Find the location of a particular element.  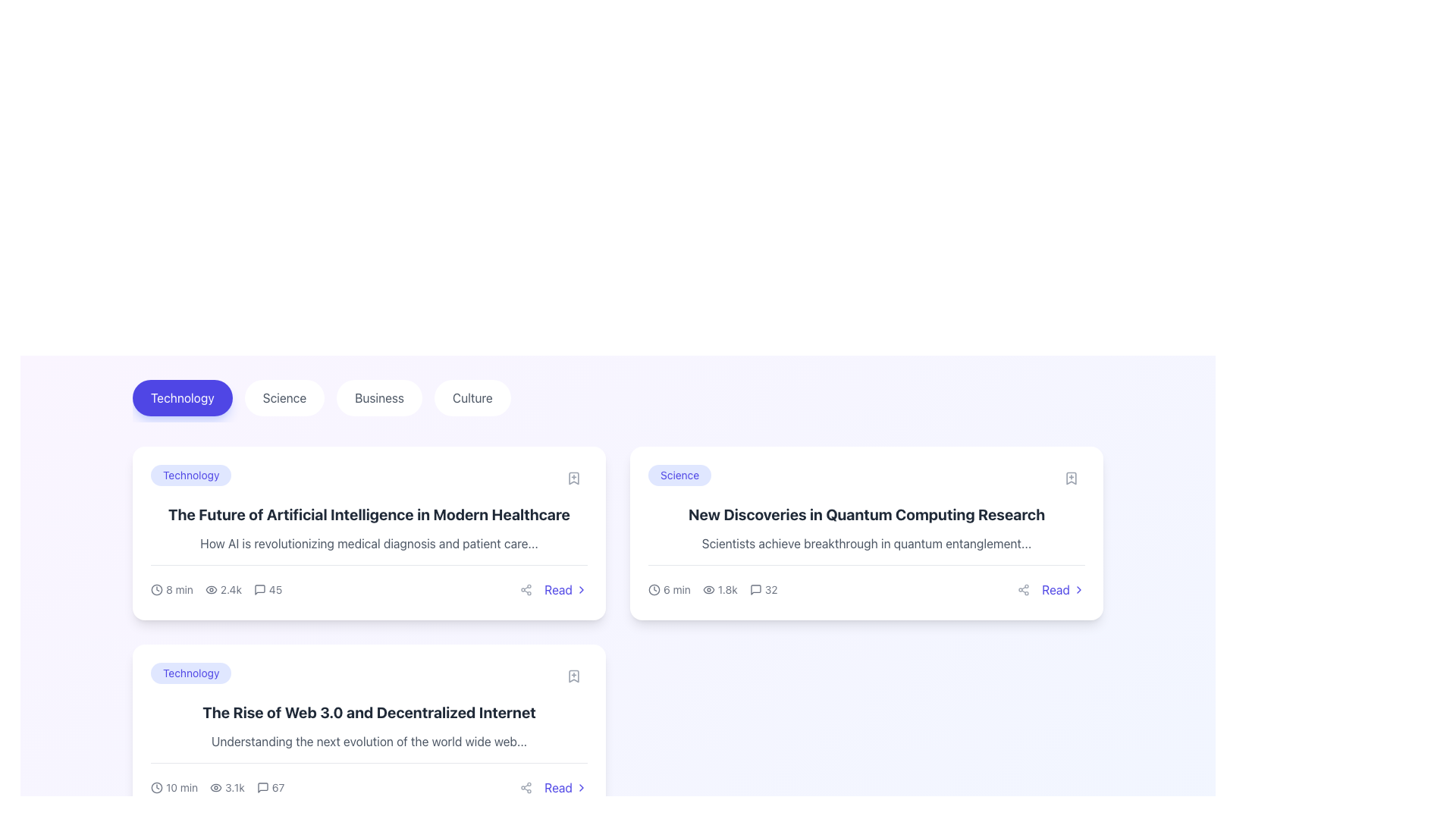

the message count indicator located at the bottom-right corner of the card for the post titled 'New Discoveries in Quantum Computing Research' is located at coordinates (764, 589).